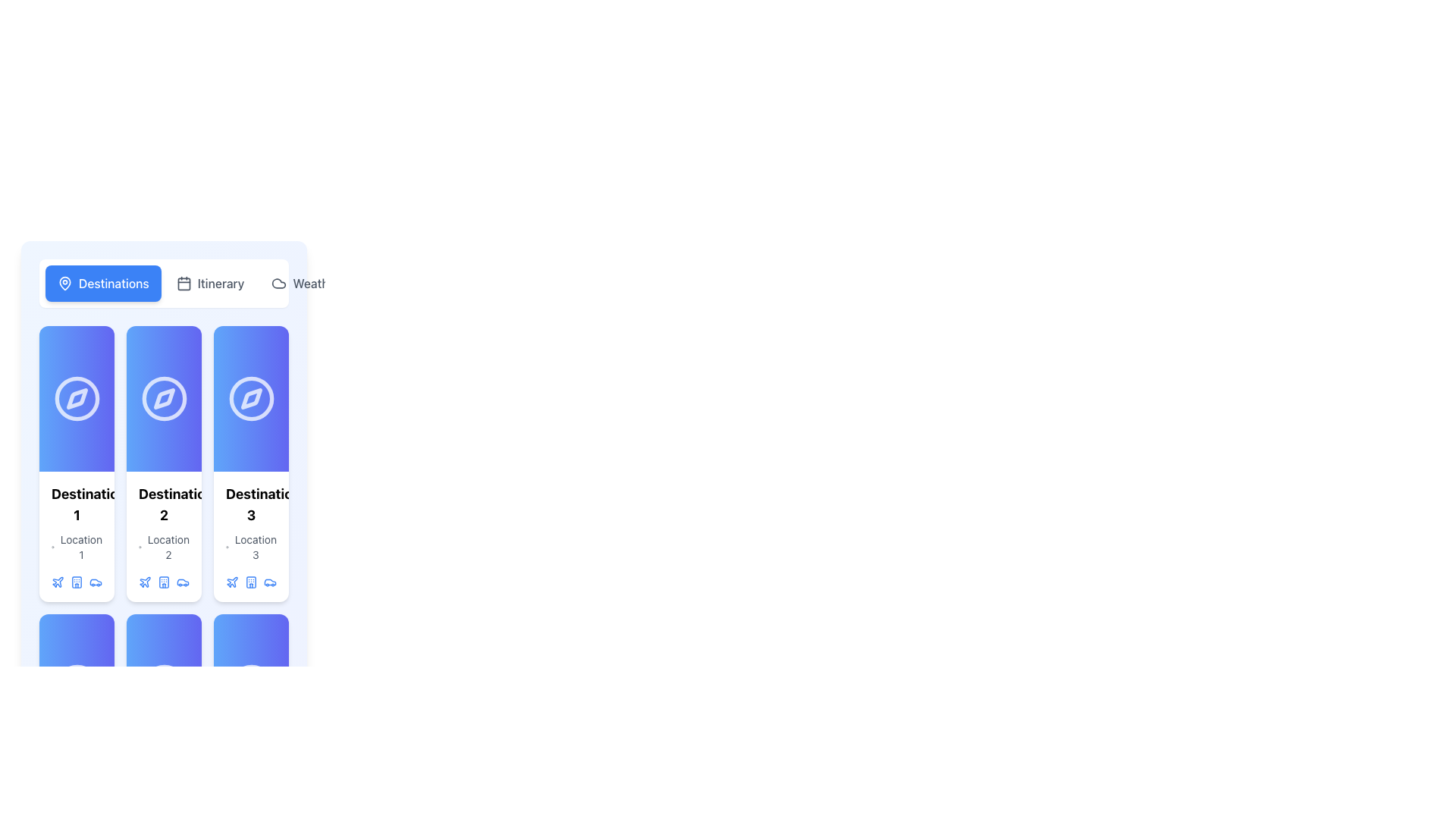  I want to click on the icon located, so click(164, 581).